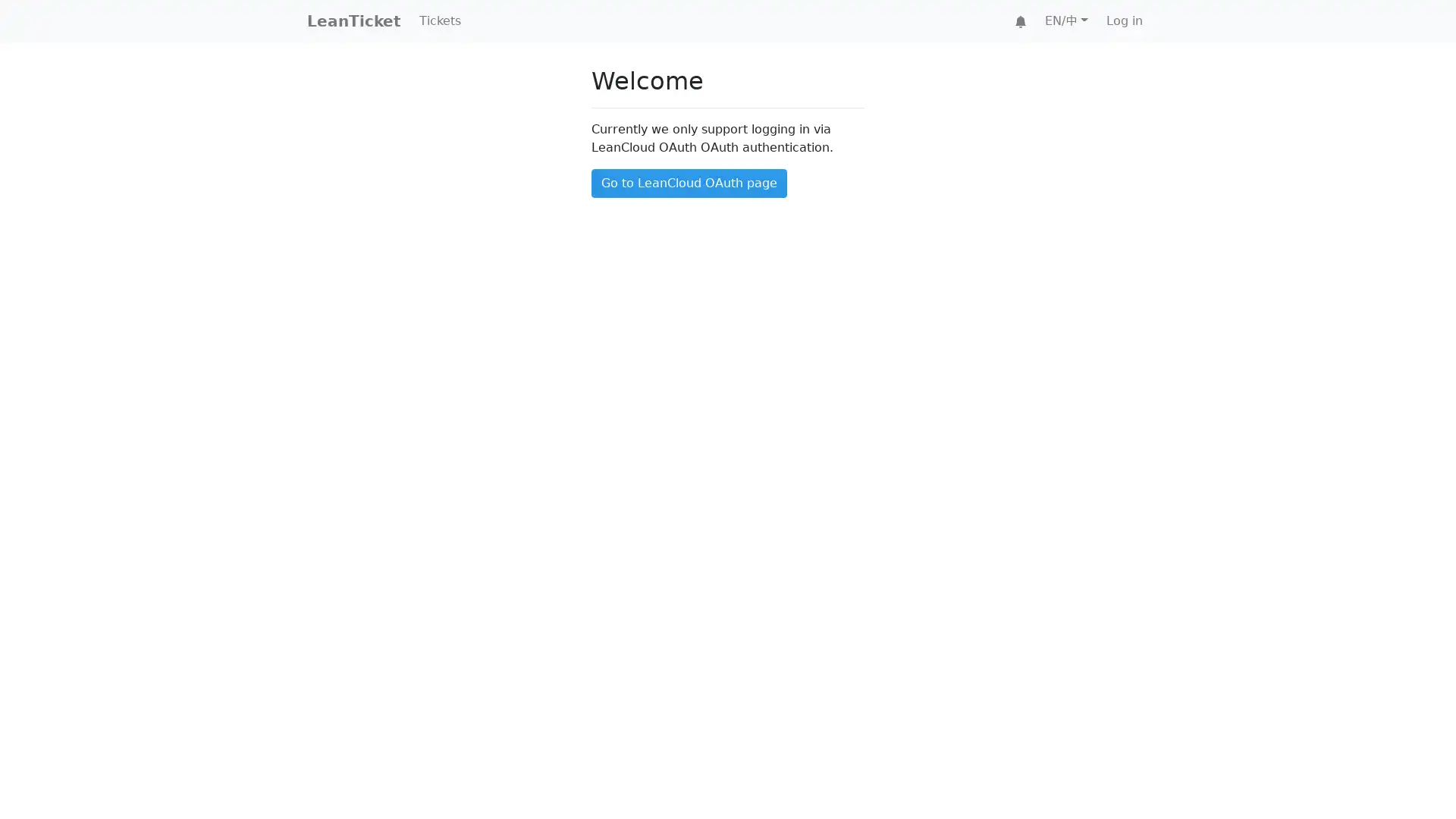  I want to click on Go to LeanCloud OAuth page, so click(688, 183).